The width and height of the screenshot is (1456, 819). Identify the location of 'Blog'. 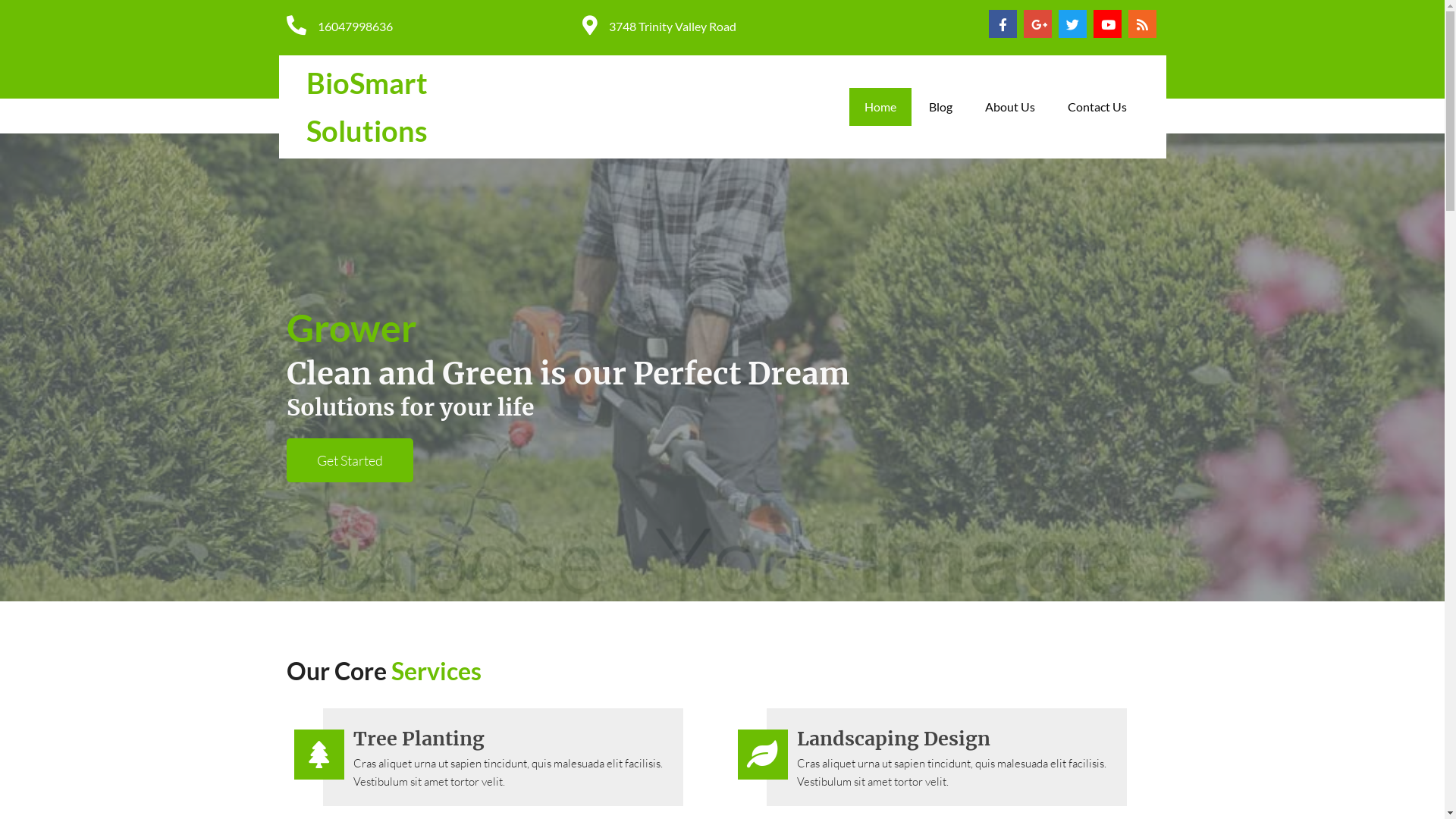
(939, 106).